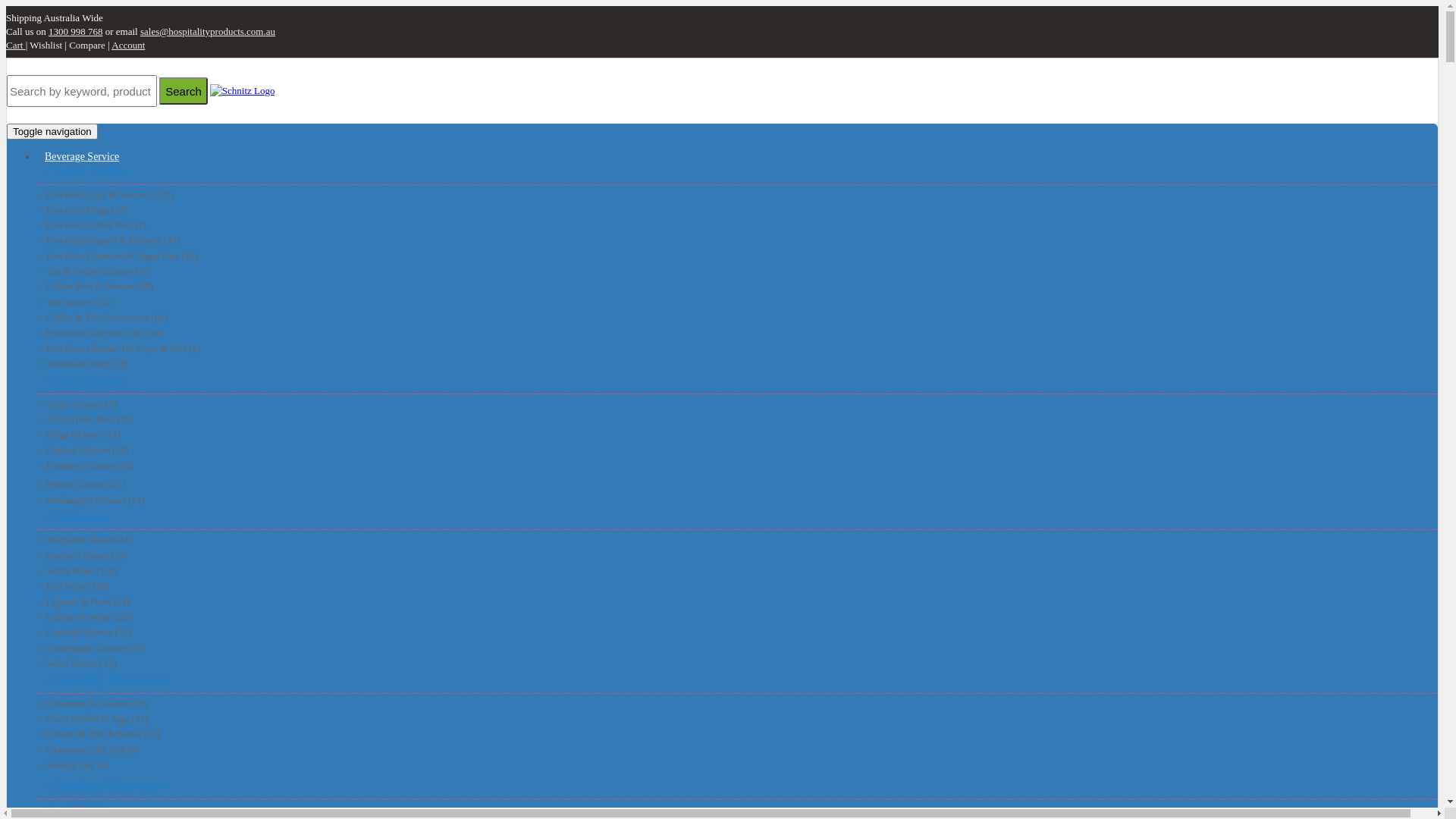 This screenshot has width=1456, height=819. Describe the element at coordinates (48, 31) in the screenshot. I see `'1300 998 768'` at that location.